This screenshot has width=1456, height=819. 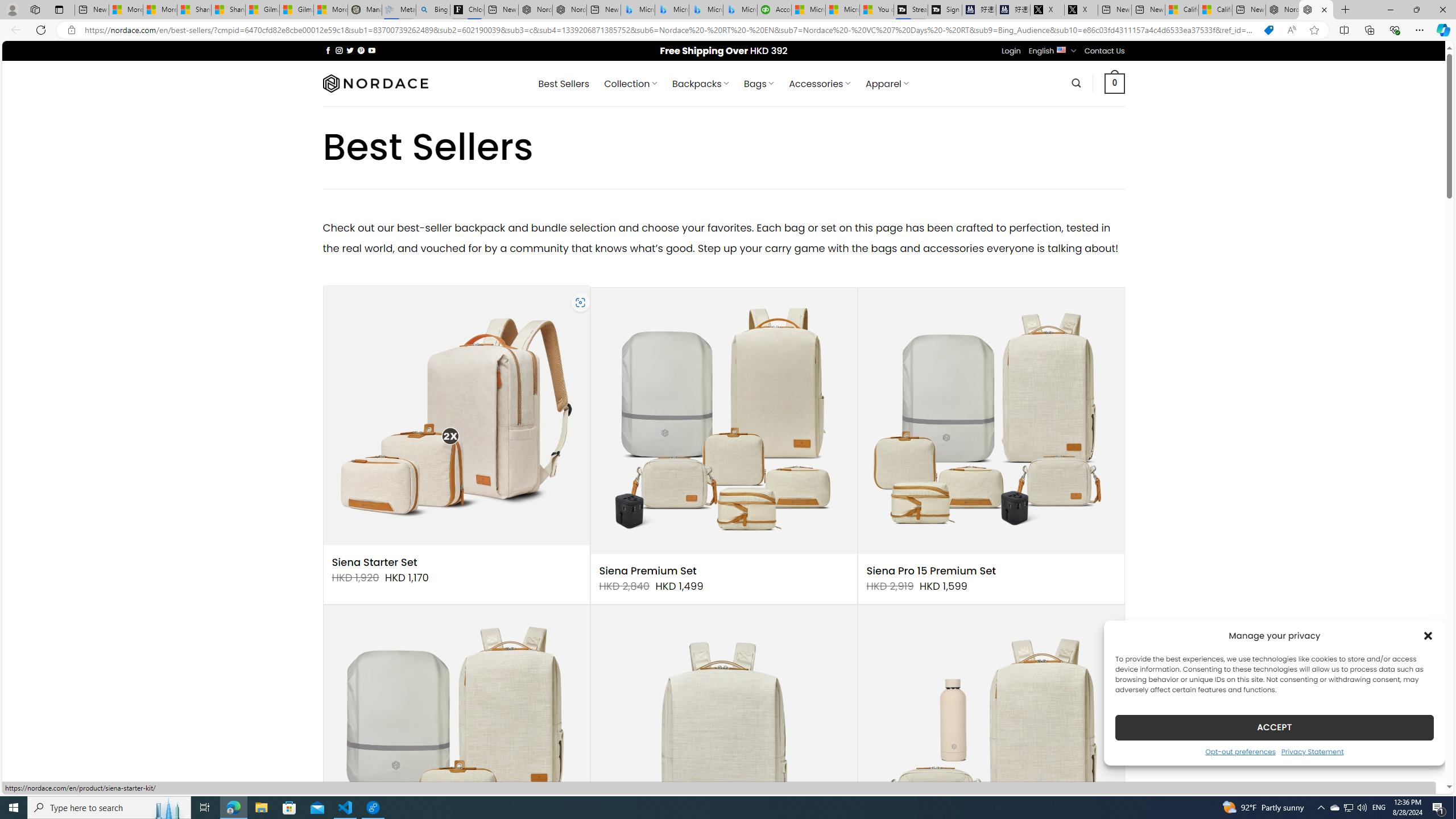 I want to click on 'Chloe Sorvino', so click(x=466, y=9).